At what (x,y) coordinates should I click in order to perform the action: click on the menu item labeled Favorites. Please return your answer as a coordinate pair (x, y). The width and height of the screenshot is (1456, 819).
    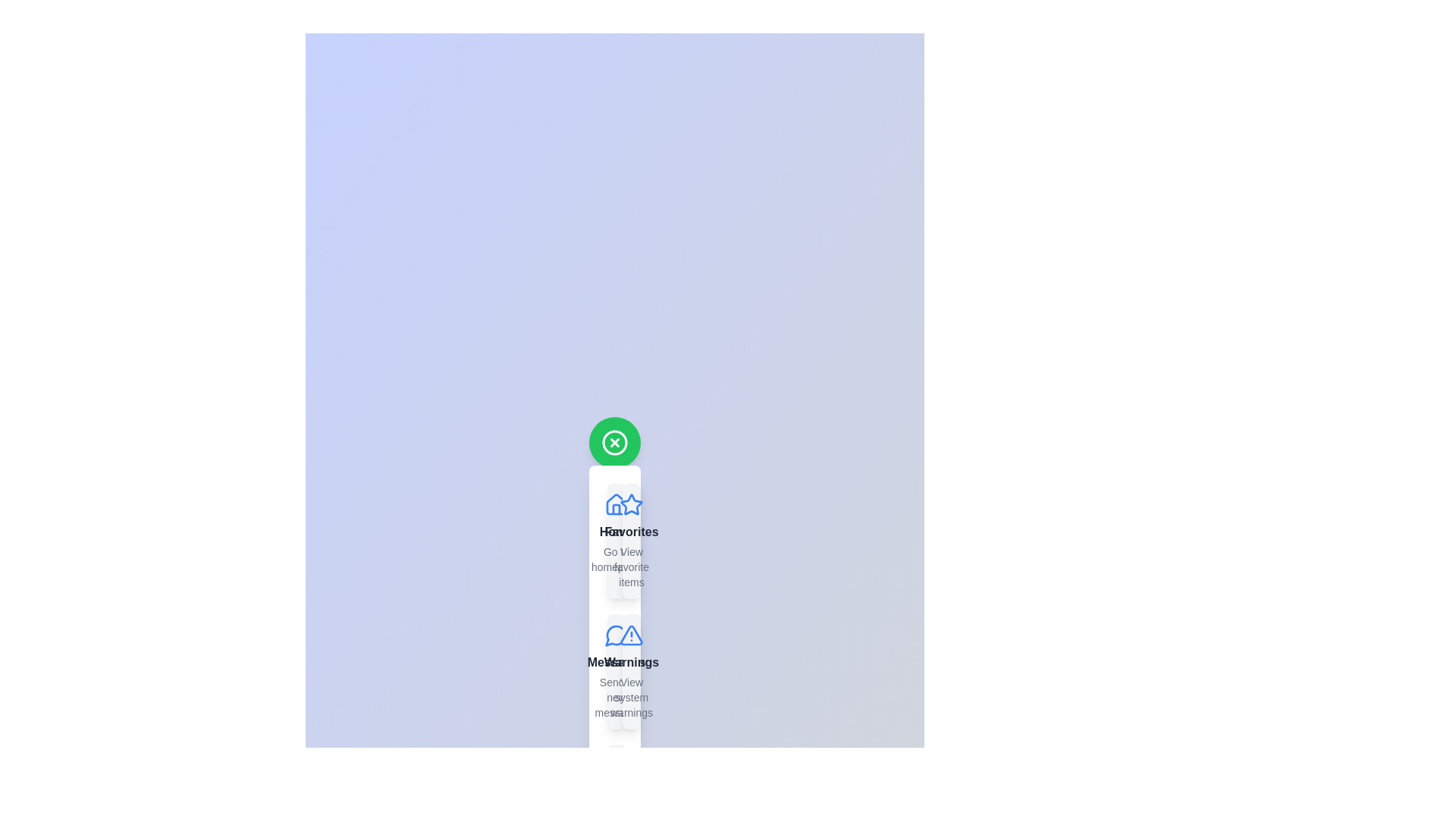
    Looking at the image, I should click on (632, 540).